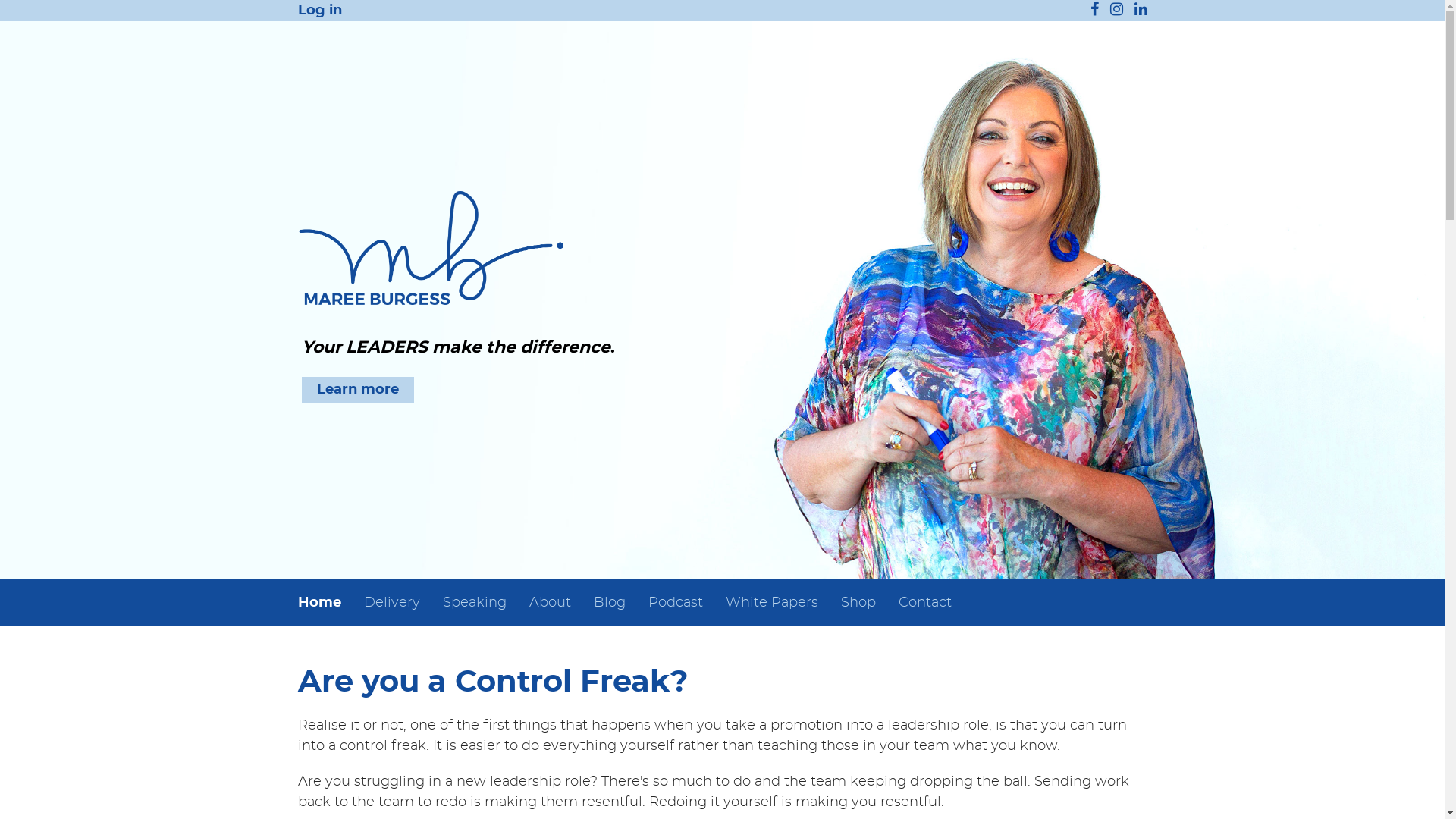 This screenshot has width=1456, height=819. I want to click on 'Home', so click(323, 601).